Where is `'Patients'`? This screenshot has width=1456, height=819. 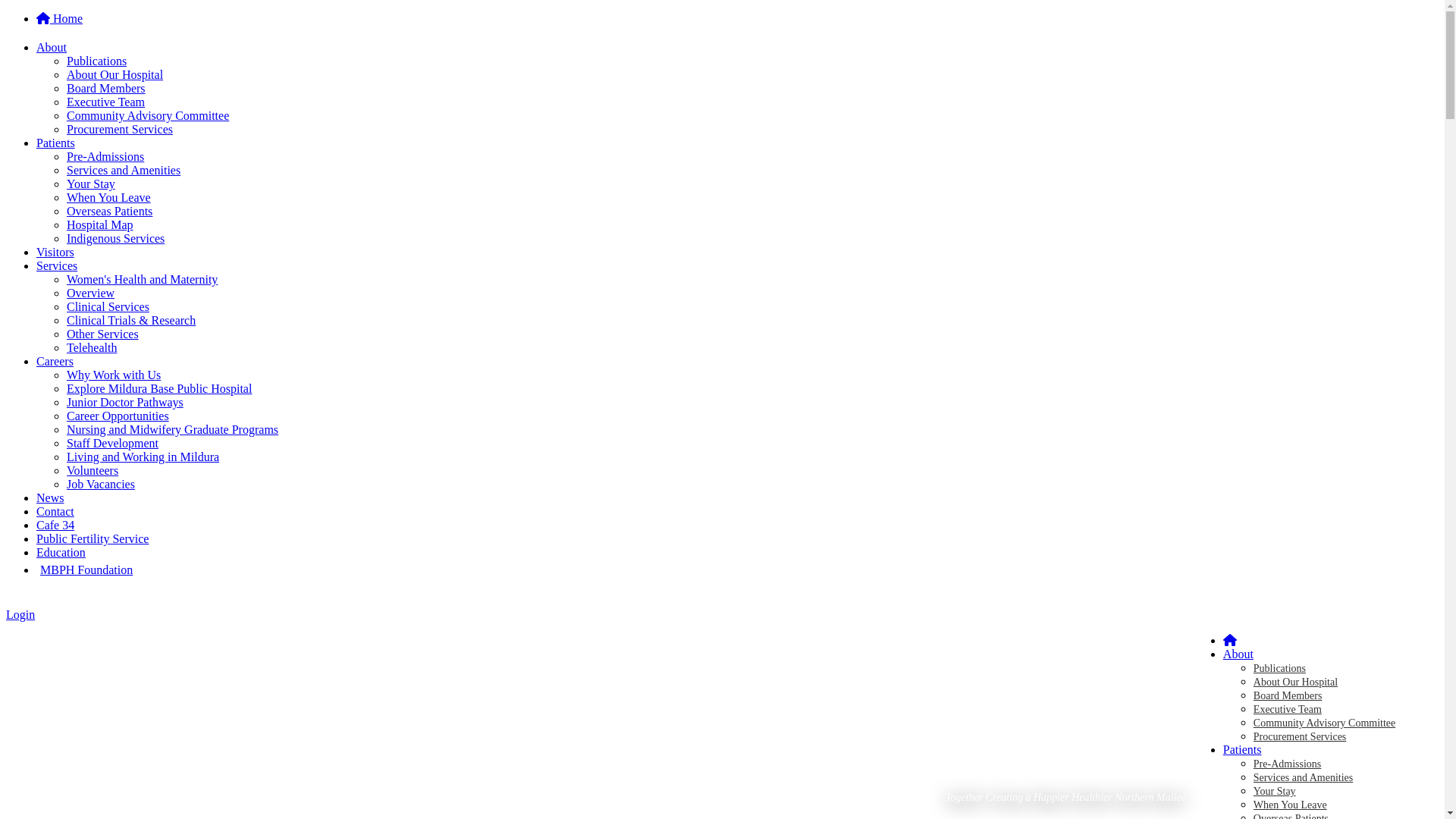
'Patients' is located at coordinates (1242, 748).